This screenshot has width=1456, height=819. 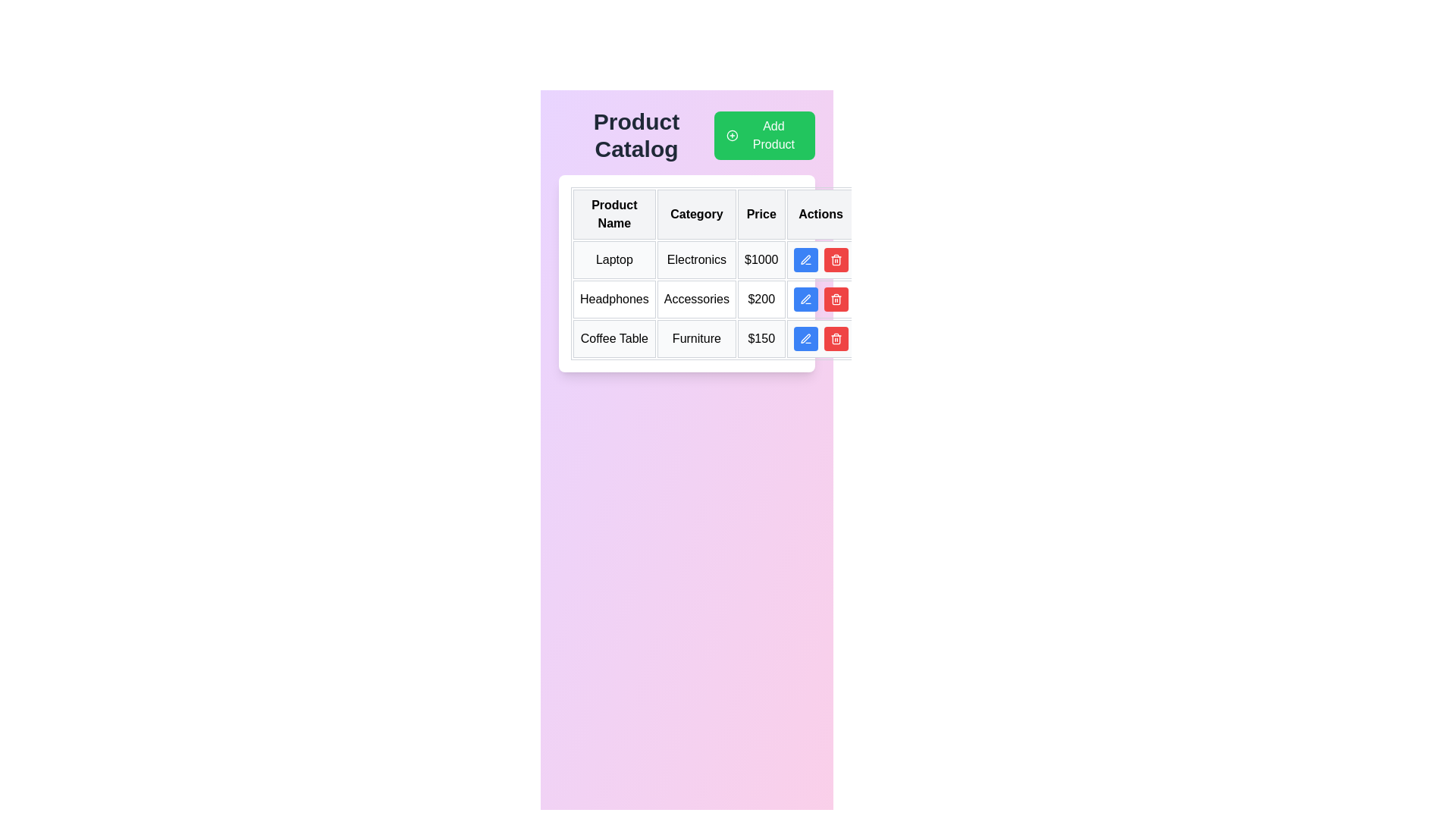 I want to click on the small blue pen icon embedded within the action button in the 'Actions' column of the third row for the 'Coffee Table' product, so click(x=805, y=337).